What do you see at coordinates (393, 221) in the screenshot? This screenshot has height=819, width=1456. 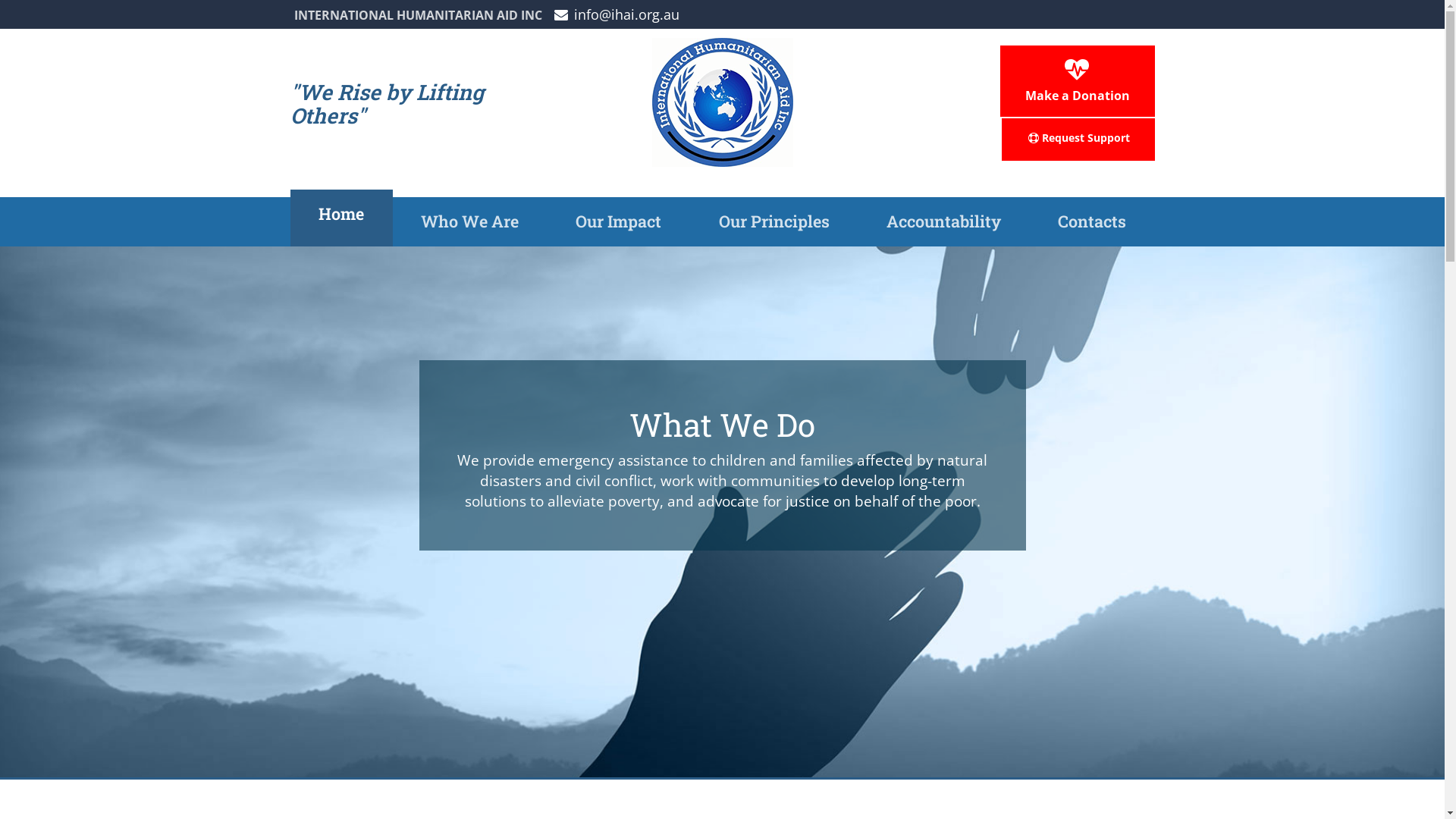 I see `'Who We Are'` at bounding box center [393, 221].